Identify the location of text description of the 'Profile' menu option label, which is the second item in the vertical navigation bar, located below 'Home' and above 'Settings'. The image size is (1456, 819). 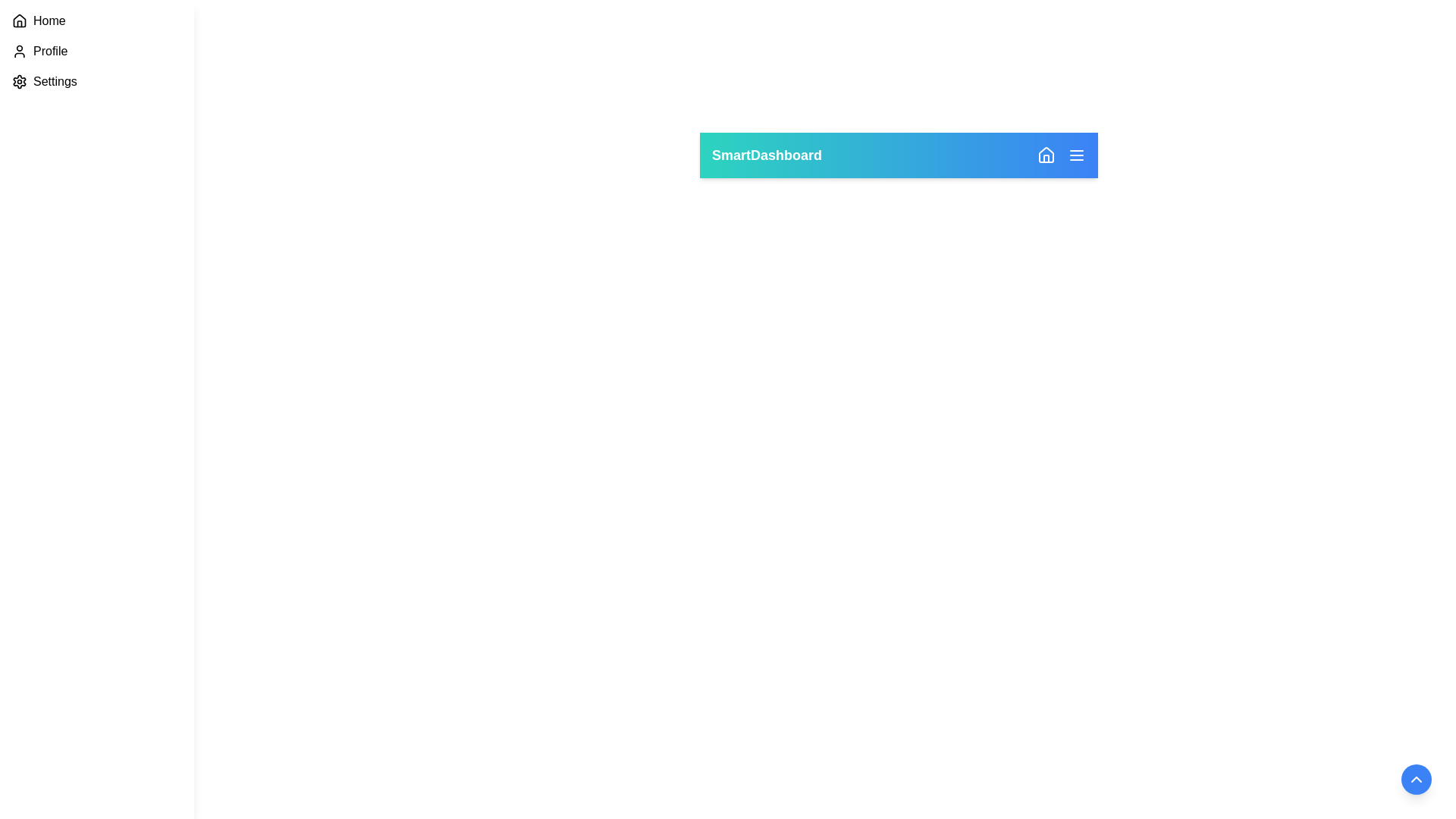
(50, 51).